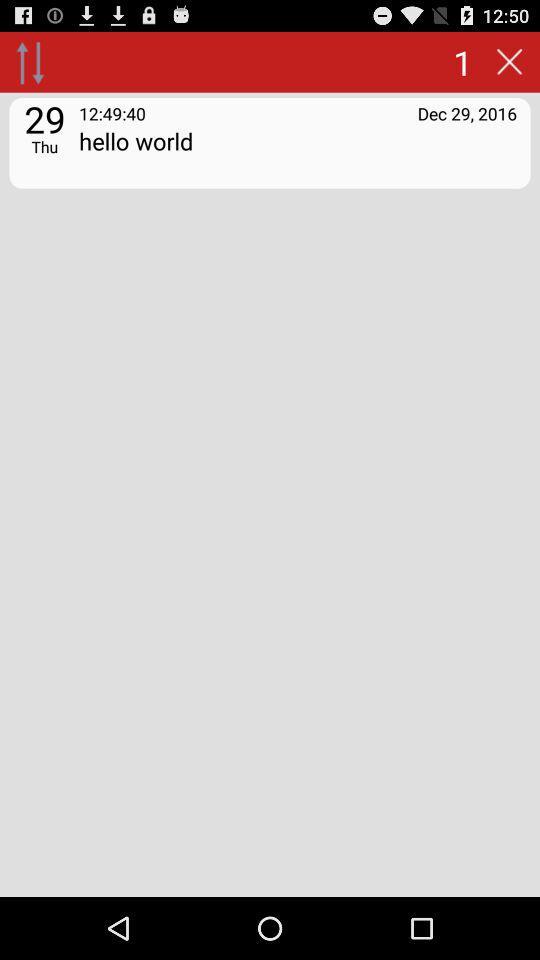 Image resolution: width=540 pixels, height=960 pixels. Describe the element at coordinates (44, 145) in the screenshot. I see `the icon next to hello world icon` at that location.